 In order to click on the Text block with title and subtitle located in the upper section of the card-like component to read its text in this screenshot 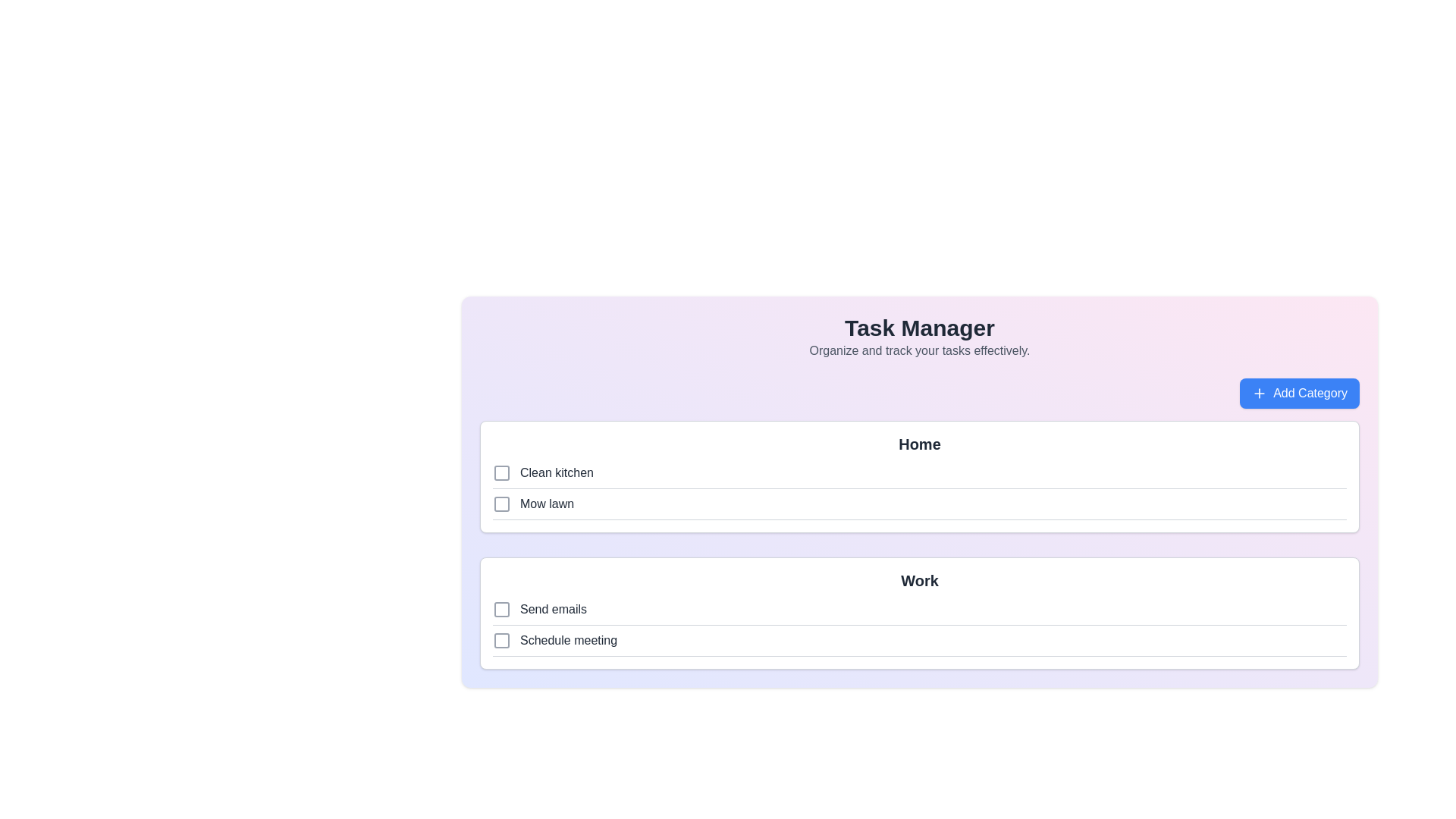, I will do `click(919, 336)`.